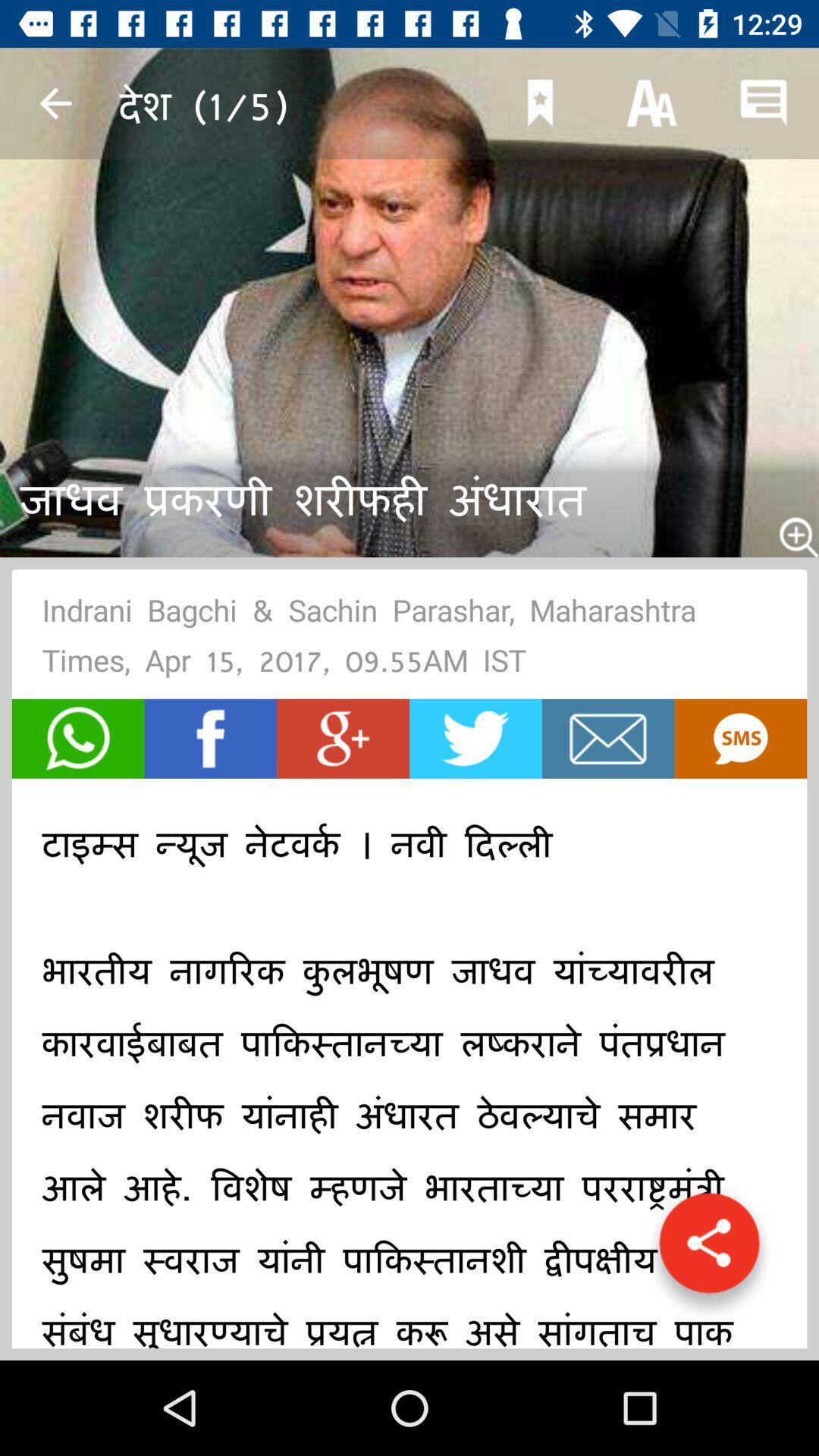  I want to click on twitter share option, so click(475, 739).